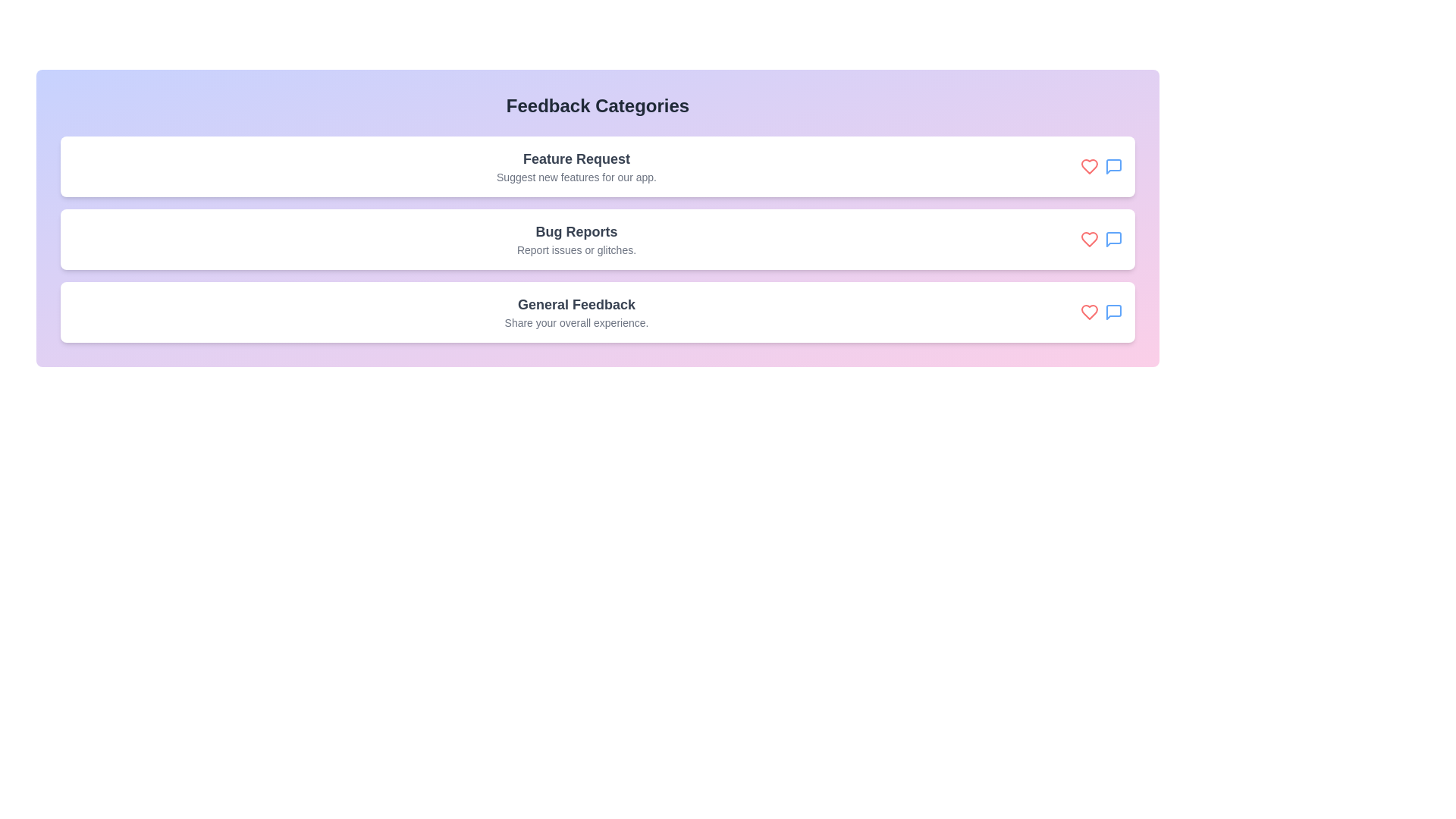 Image resolution: width=1456 pixels, height=819 pixels. I want to click on the heart icon in the Bug Reports feedback item, so click(1088, 239).